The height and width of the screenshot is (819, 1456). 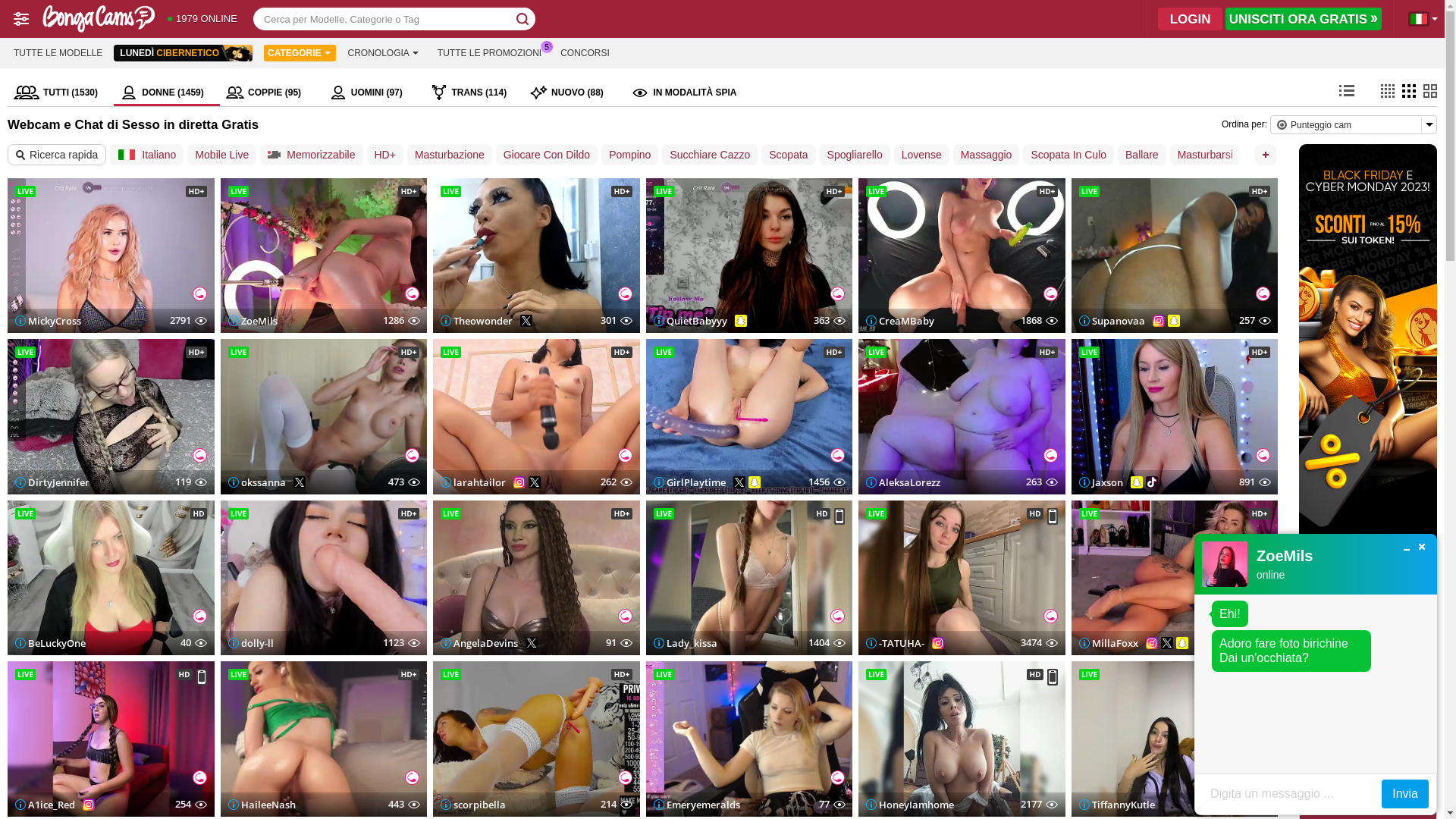 What do you see at coordinates (475, 320) in the screenshot?
I see `'Theowonder'` at bounding box center [475, 320].